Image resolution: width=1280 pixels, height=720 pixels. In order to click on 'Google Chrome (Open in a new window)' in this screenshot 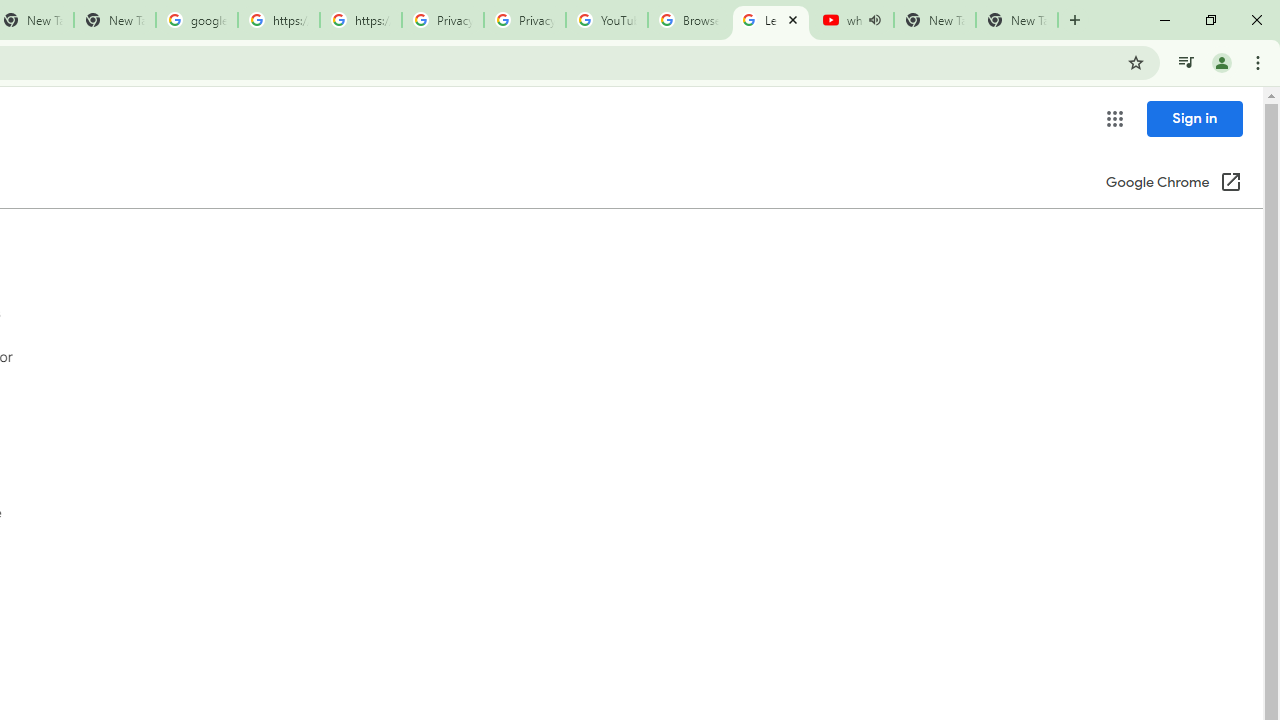, I will do `click(1173, 183)`.